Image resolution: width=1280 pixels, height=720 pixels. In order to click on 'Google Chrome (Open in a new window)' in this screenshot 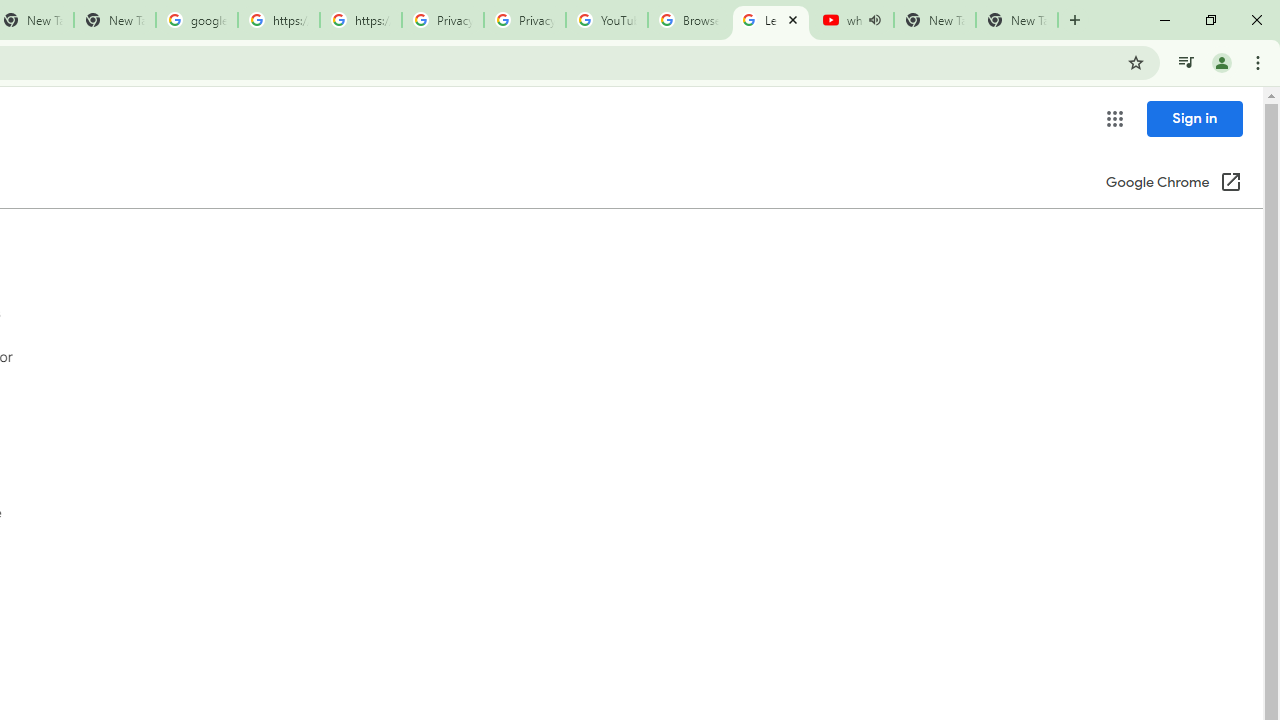, I will do `click(1173, 183)`.